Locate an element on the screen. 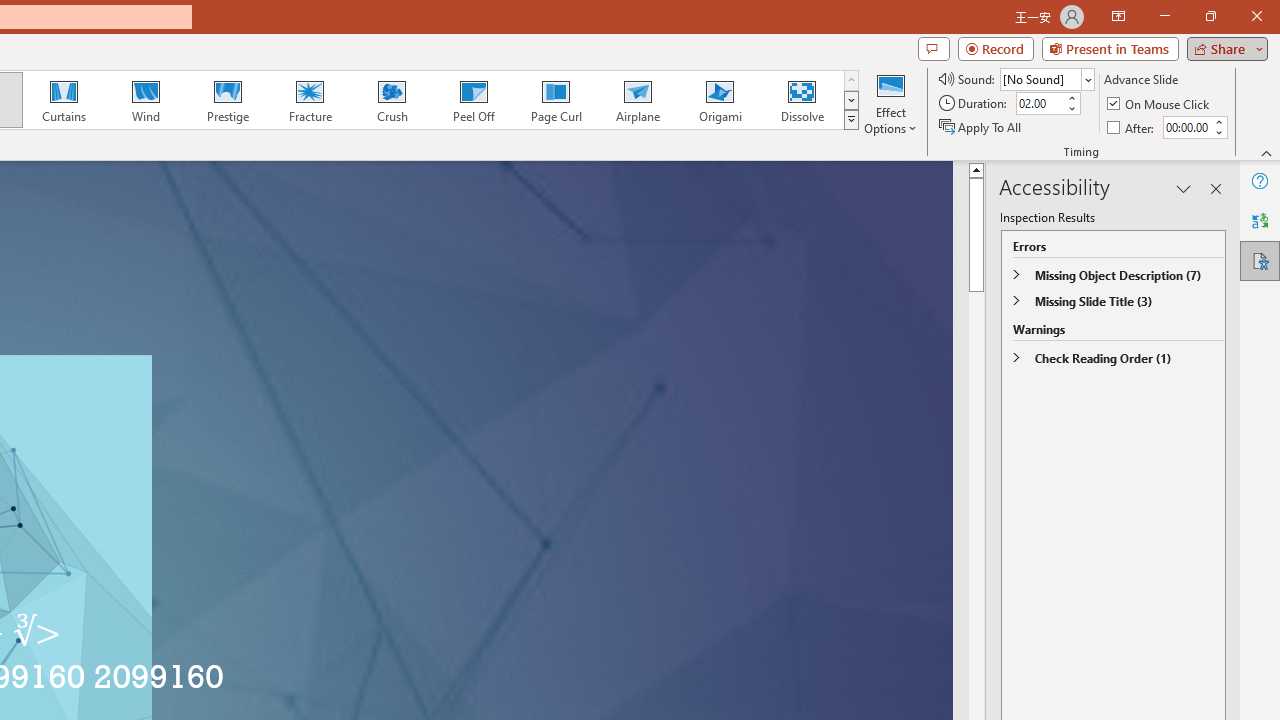  'Wind' is located at coordinates (144, 100).